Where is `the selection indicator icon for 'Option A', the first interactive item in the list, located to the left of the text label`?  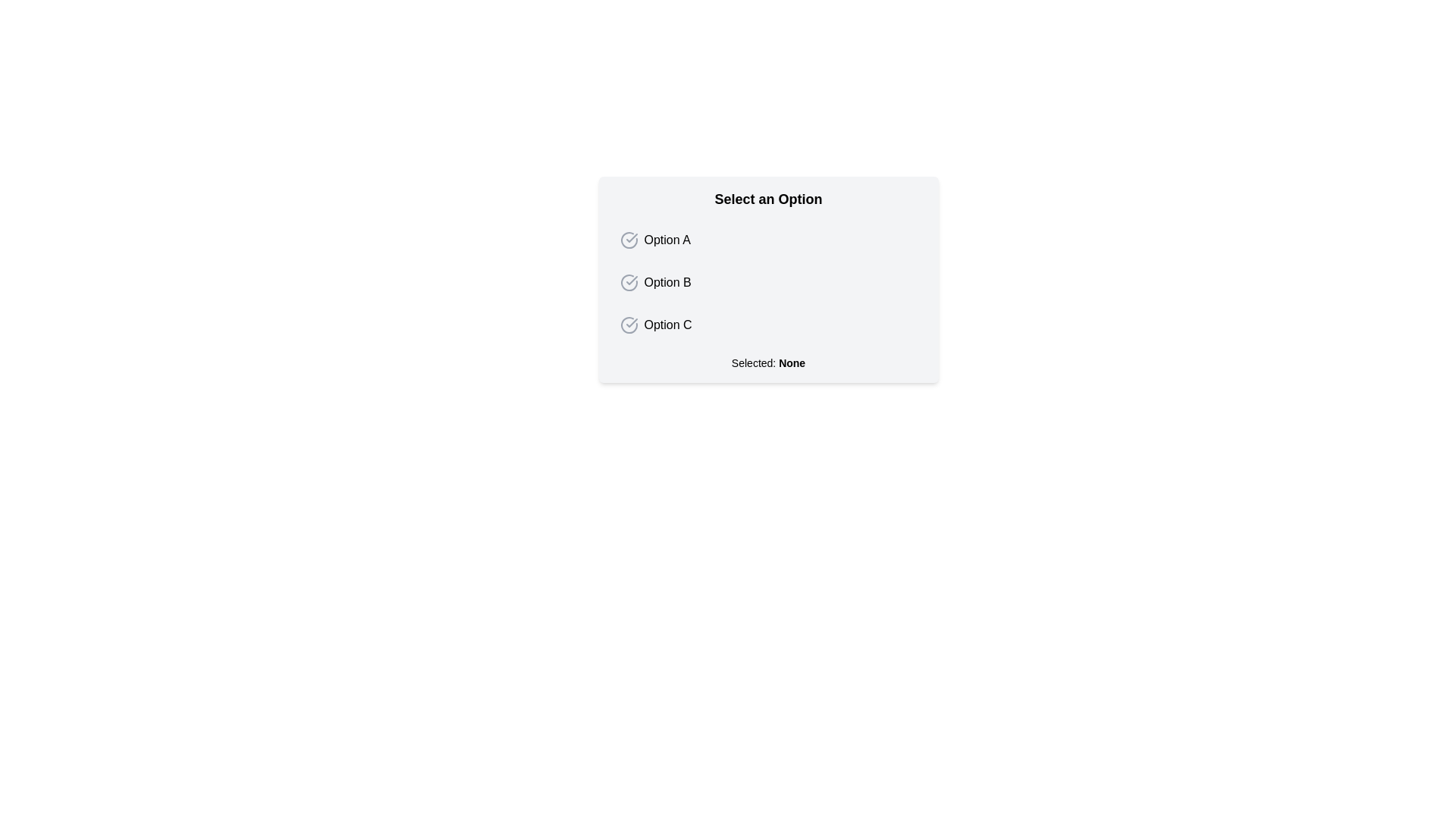
the selection indicator icon for 'Option A', the first interactive item in the list, located to the left of the text label is located at coordinates (629, 239).